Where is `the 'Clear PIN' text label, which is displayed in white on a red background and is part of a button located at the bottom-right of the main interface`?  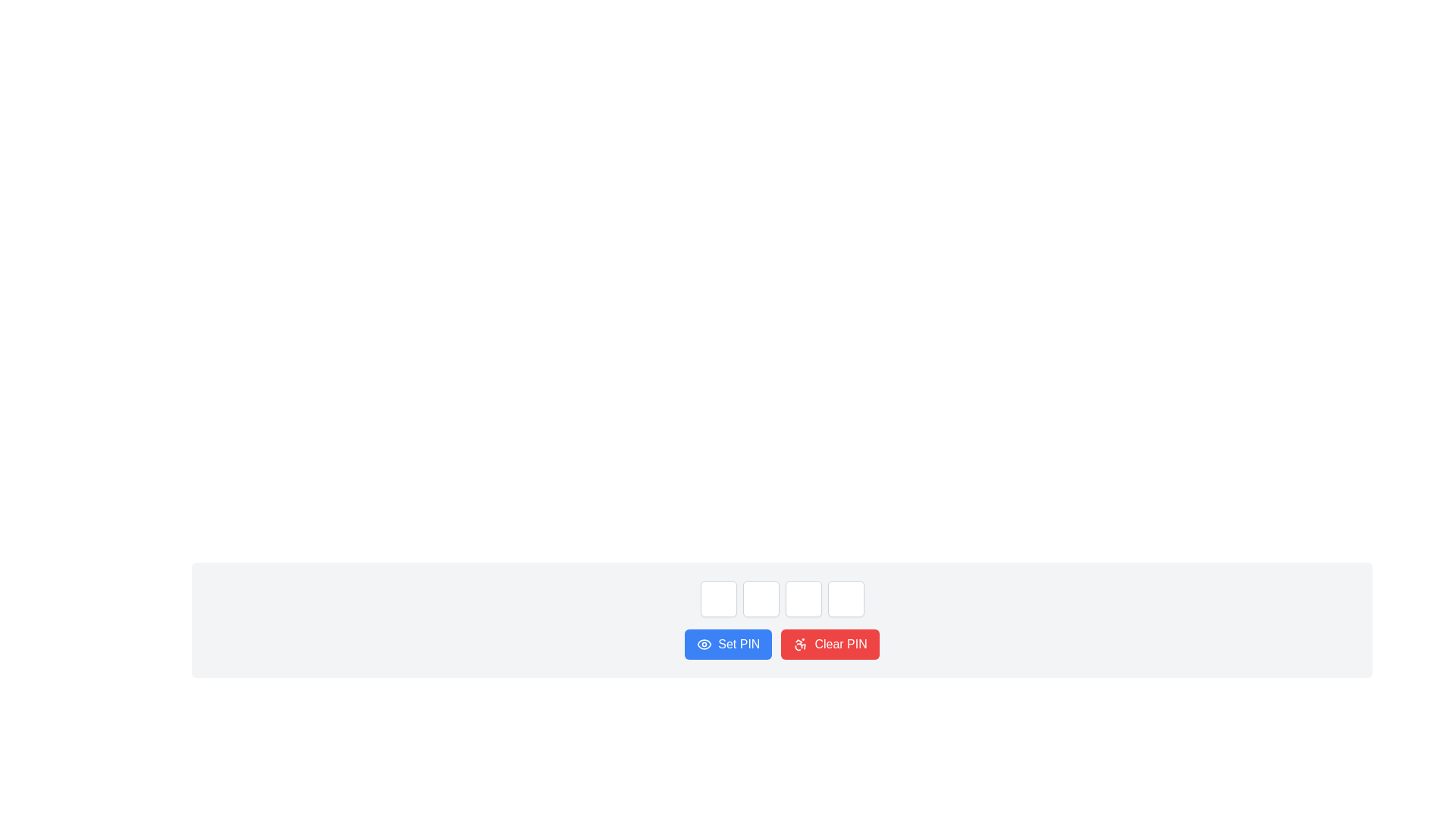
the 'Clear PIN' text label, which is displayed in white on a red background and is part of a button located at the bottom-right of the main interface is located at coordinates (839, 644).